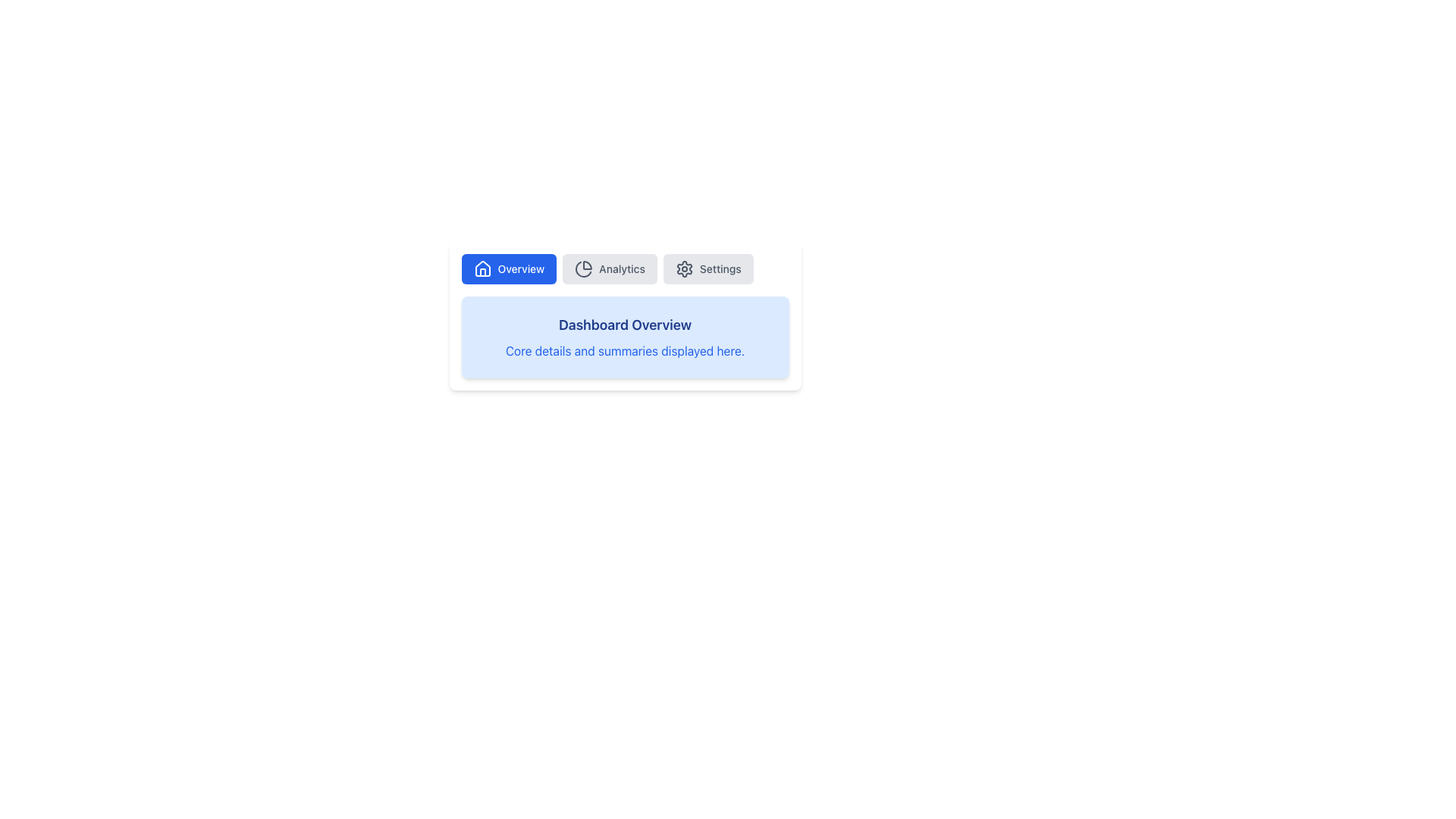 The width and height of the screenshot is (1456, 819). I want to click on the blue button labeled for navigation to the Overview section, which is located near the top of the component and has an icon resembling a house to its left, so click(521, 268).